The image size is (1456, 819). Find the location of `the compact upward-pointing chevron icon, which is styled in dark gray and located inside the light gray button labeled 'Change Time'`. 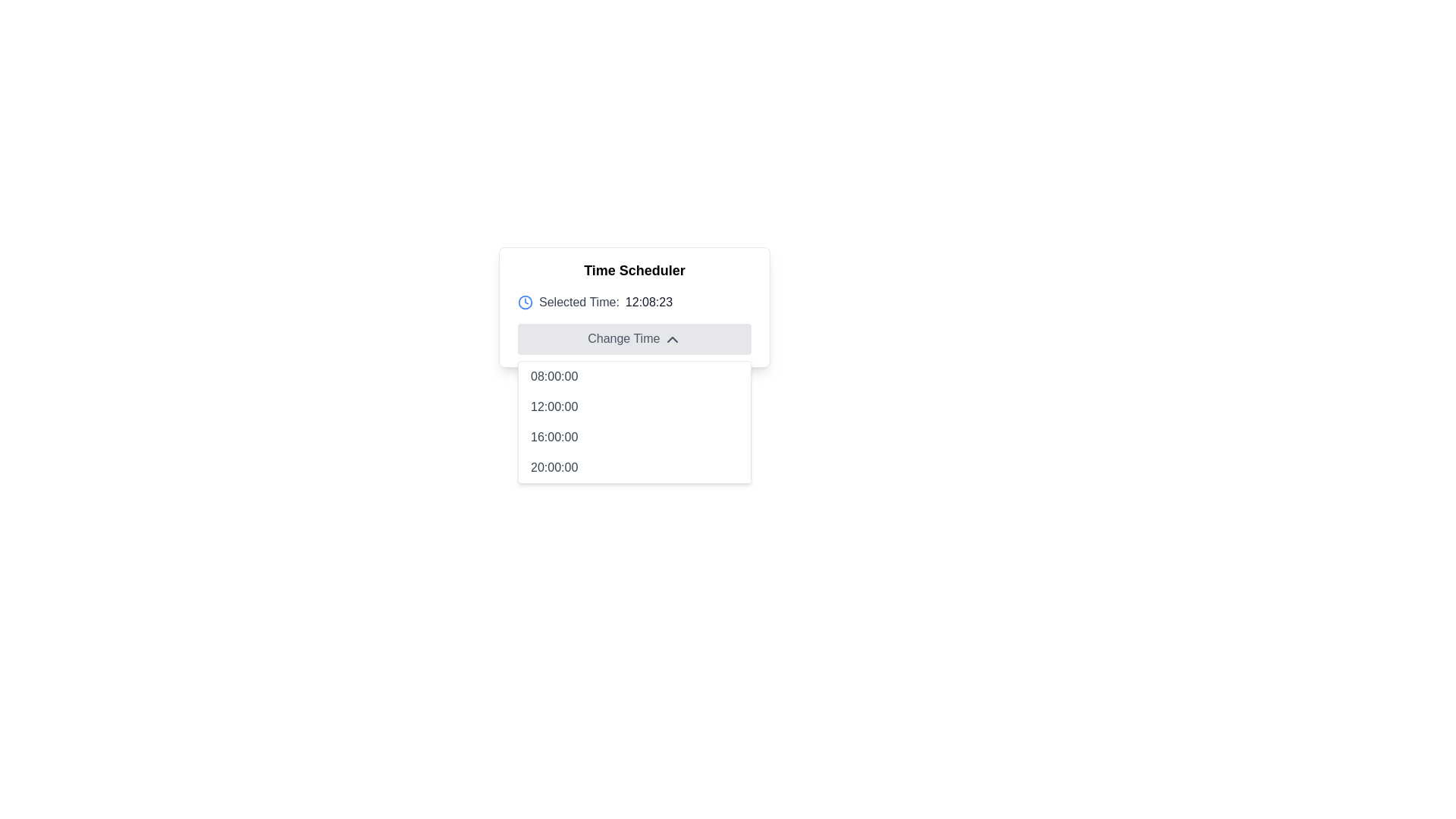

the compact upward-pointing chevron icon, which is styled in dark gray and located inside the light gray button labeled 'Change Time' is located at coordinates (671, 338).